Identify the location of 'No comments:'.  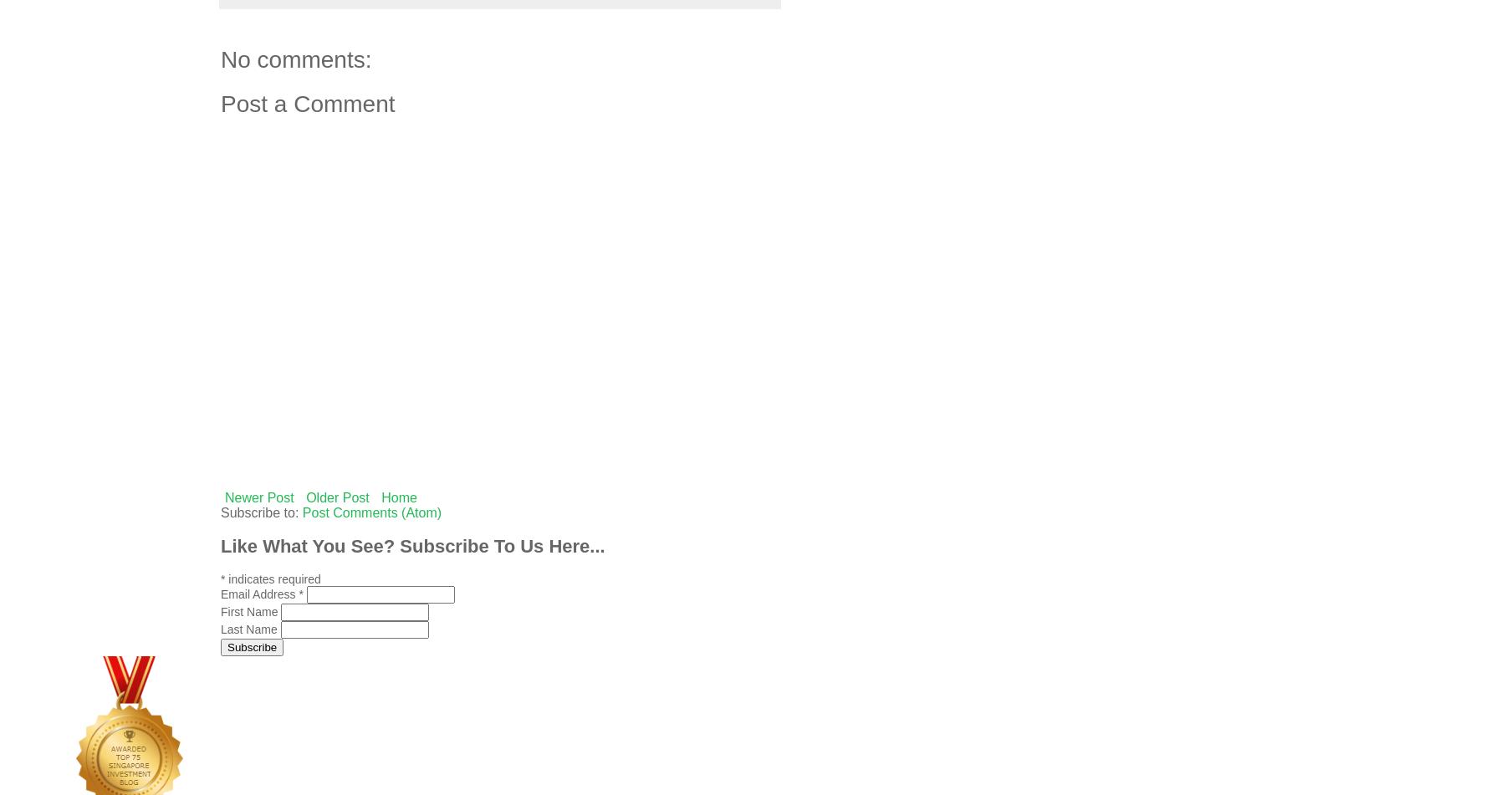
(296, 59).